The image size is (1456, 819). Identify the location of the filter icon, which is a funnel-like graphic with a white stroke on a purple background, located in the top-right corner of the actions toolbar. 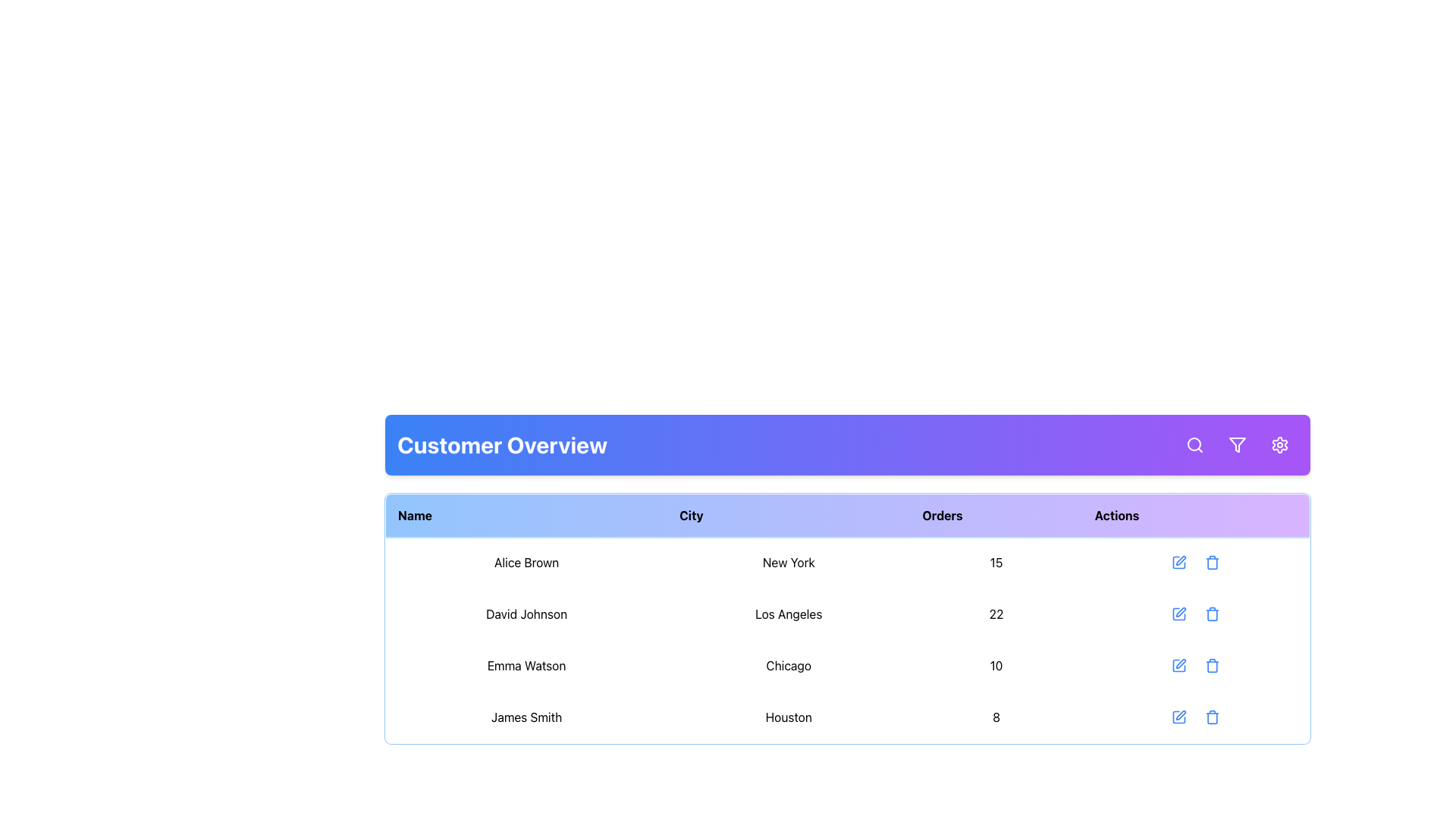
(1238, 444).